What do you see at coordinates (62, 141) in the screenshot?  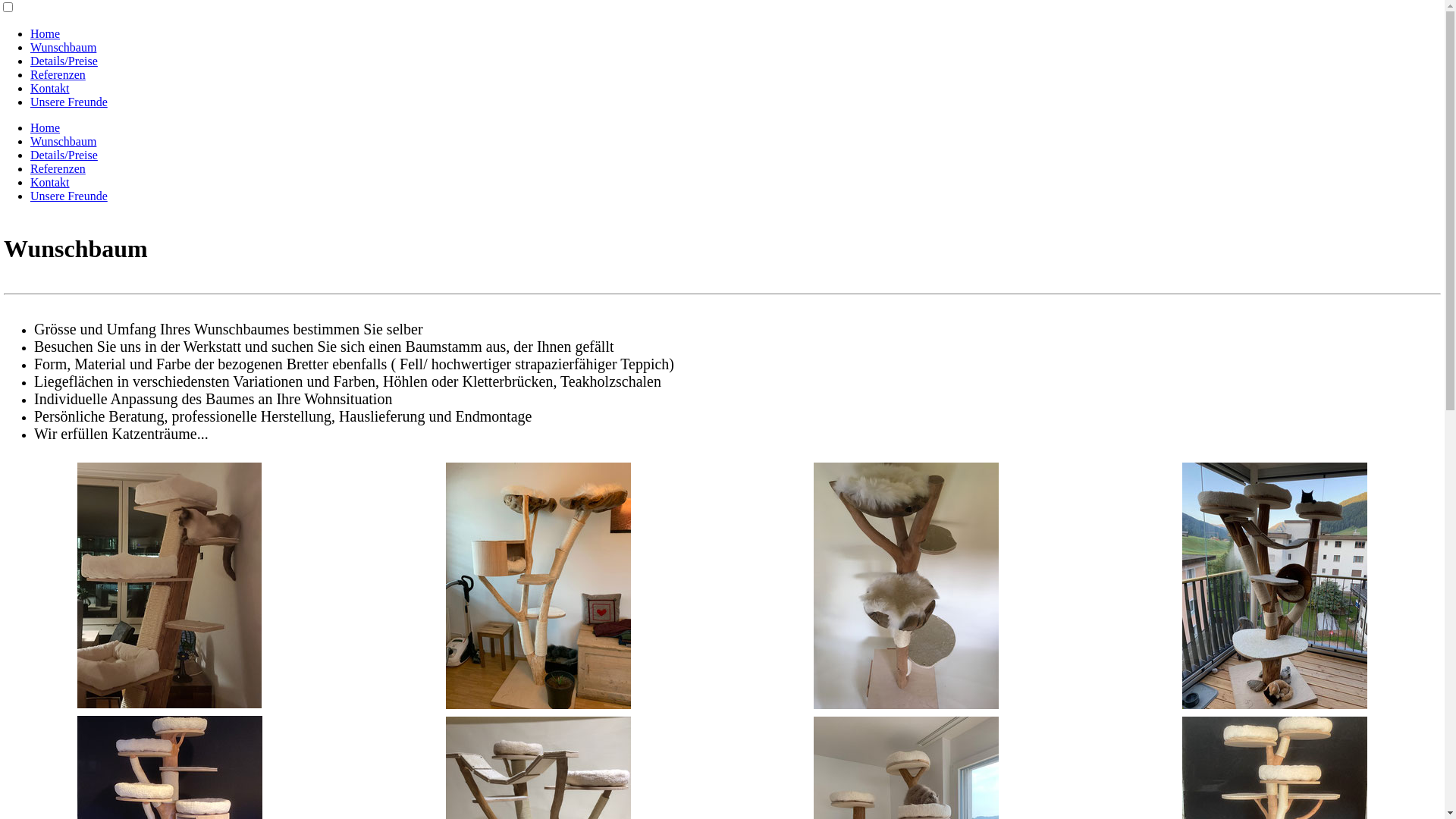 I see `'Wunschbaum'` at bounding box center [62, 141].